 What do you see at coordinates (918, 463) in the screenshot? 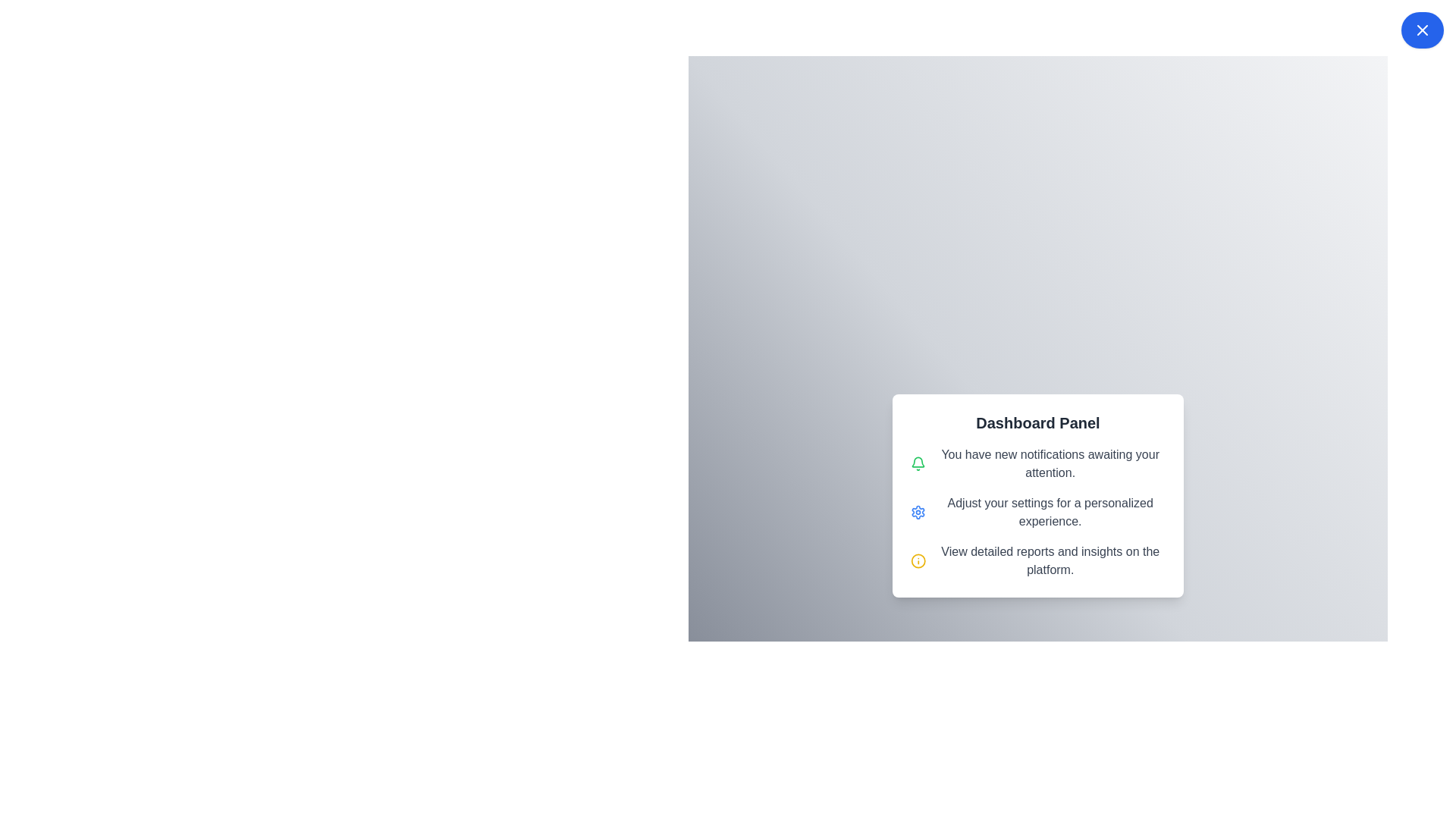
I see `the bell icon with a green outline in the Dashboard Panel that indicates notification functionality` at bounding box center [918, 463].